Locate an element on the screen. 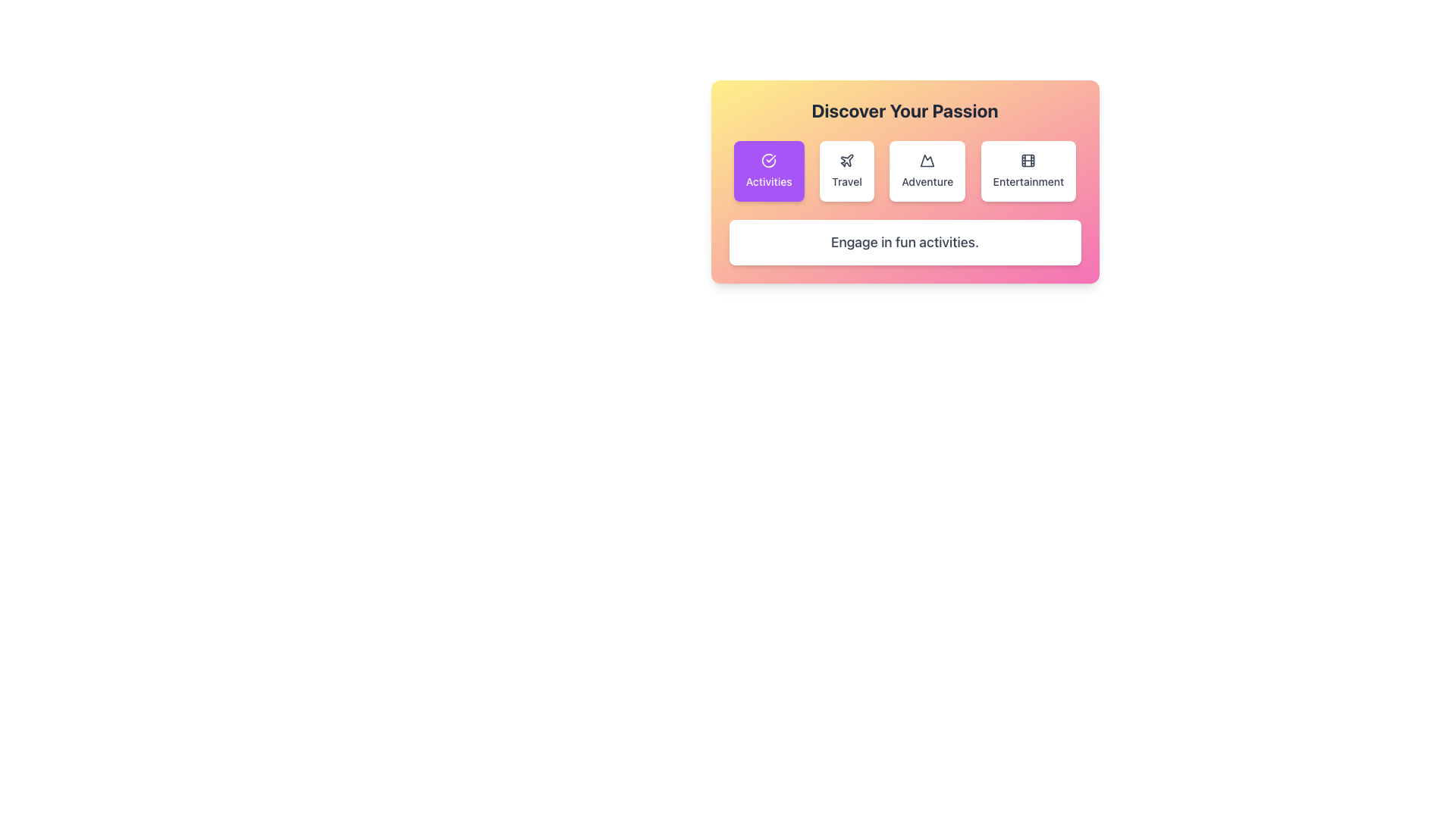  the 'Adventure' icon, which is a decorative graphic indicating the concept of 'Adventure' located within the third button of the top row of icons is located at coordinates (927, 161).